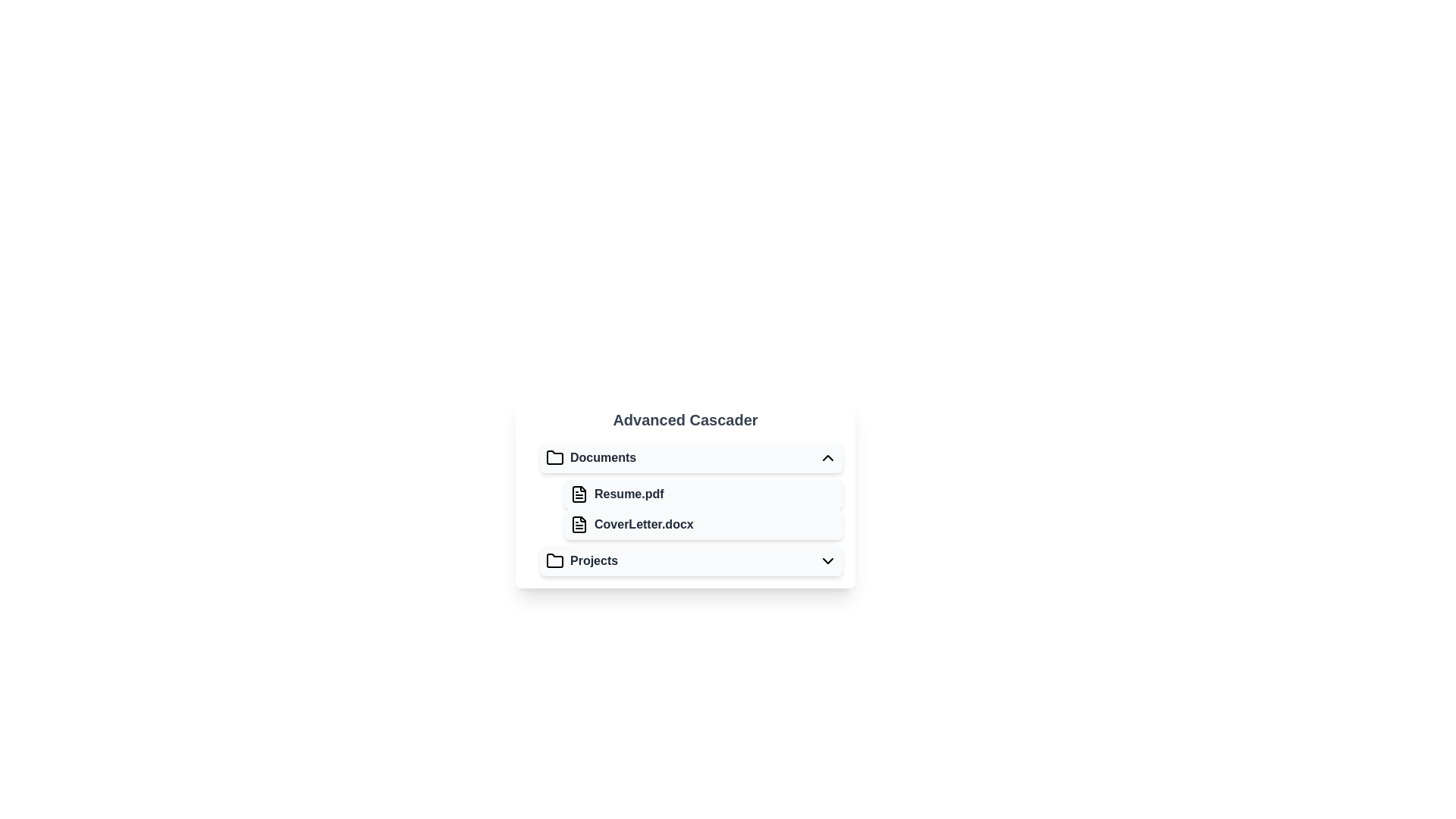 This screenshot has height=819, width=1456. I want to click on the list item for 'Resume.pdf', so click(702, 494).